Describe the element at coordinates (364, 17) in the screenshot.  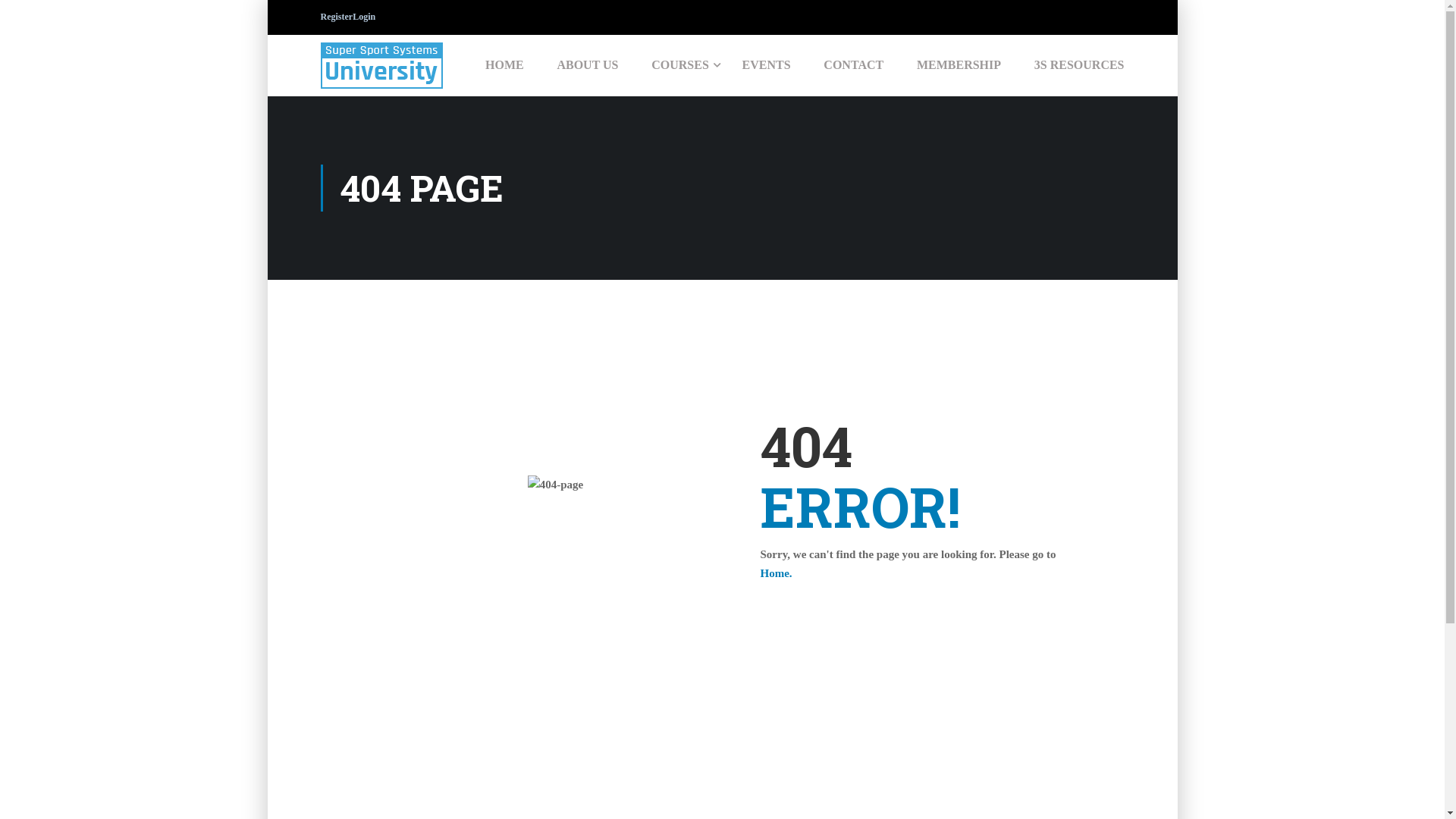
I see `'Login'` at that location.